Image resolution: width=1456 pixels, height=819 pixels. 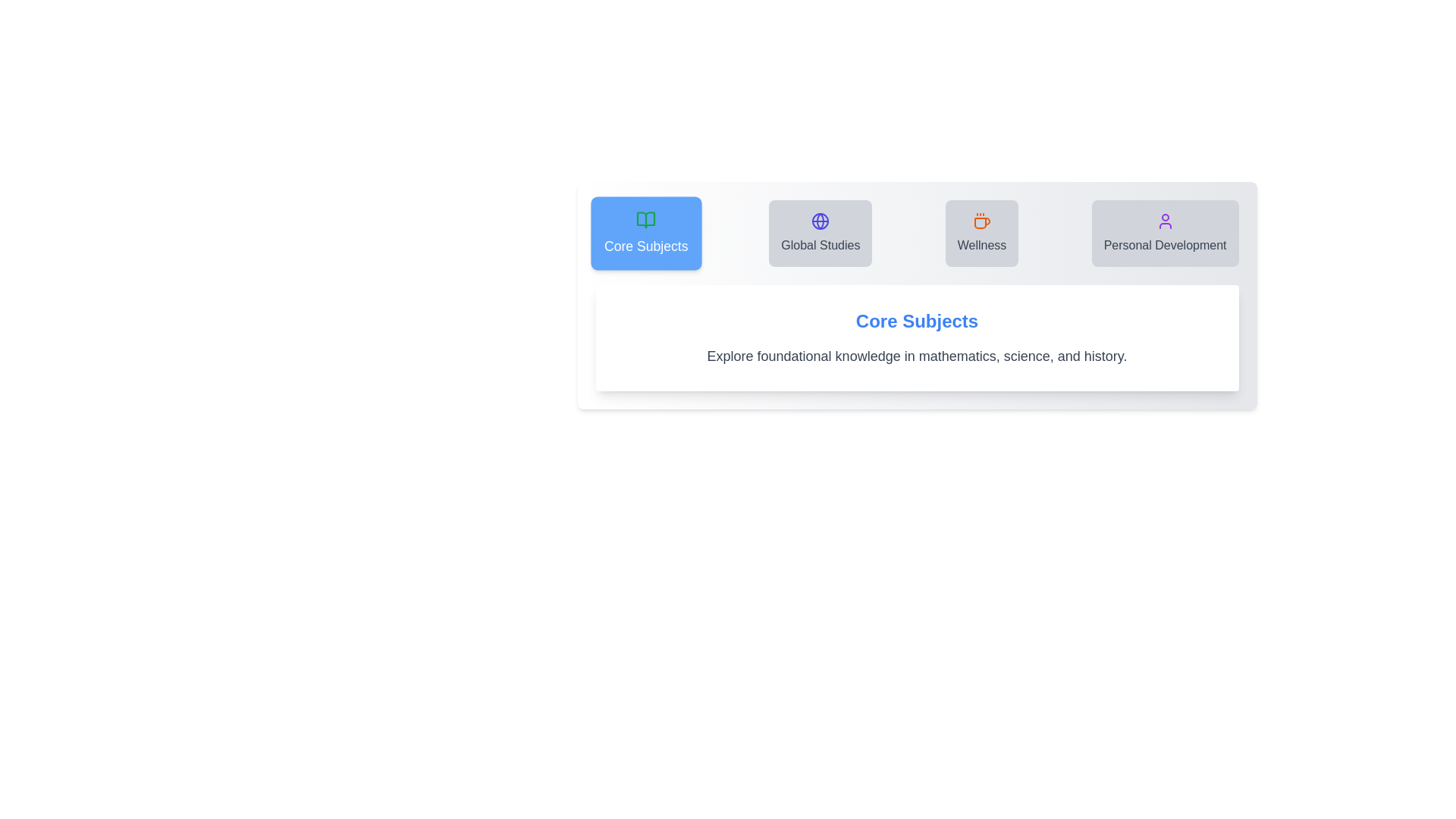 I want to click on the tab labeled Global Studies to view its content, so click(x=820, y=234).